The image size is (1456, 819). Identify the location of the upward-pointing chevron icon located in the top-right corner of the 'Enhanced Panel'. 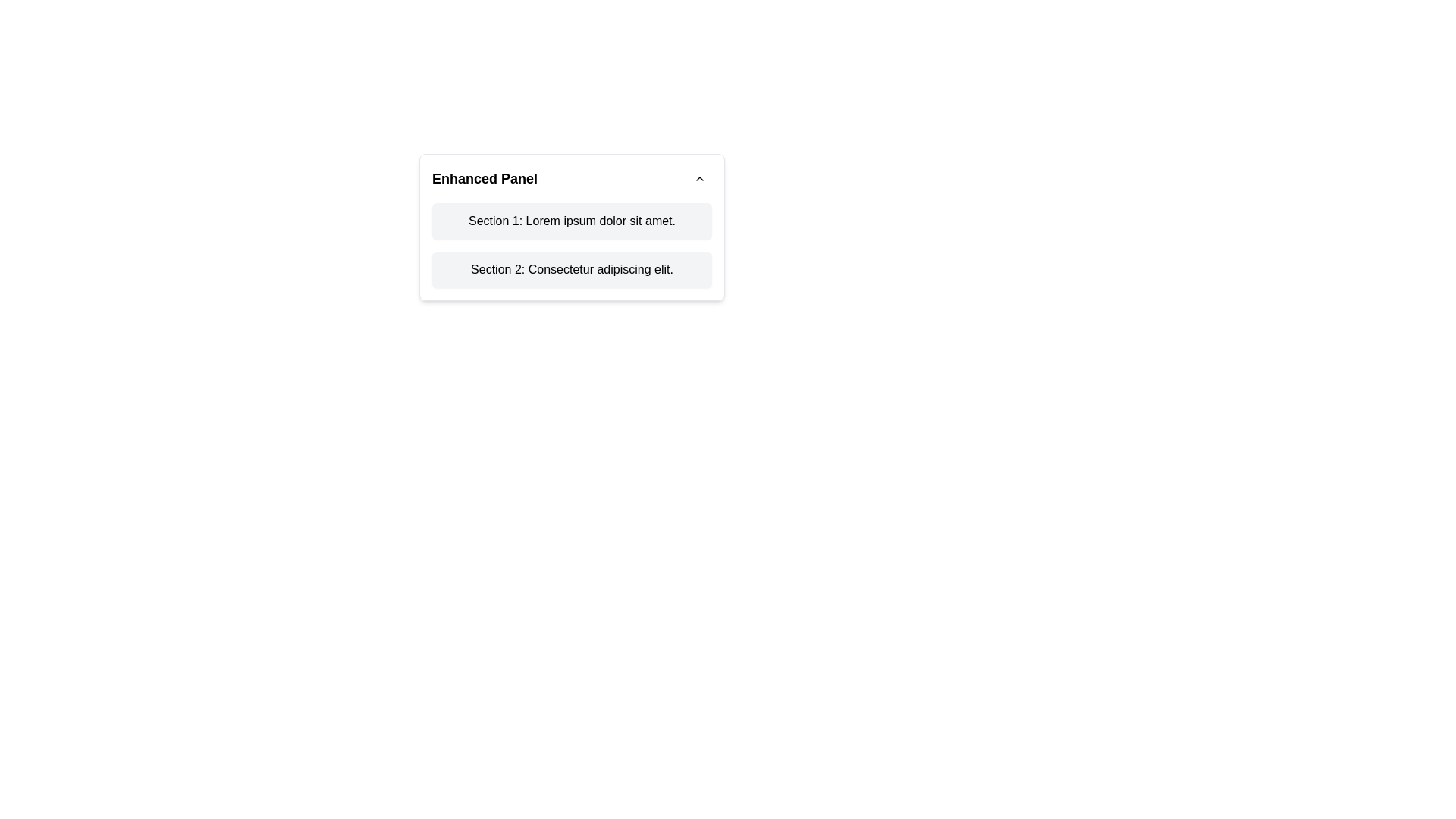
(698, 177).